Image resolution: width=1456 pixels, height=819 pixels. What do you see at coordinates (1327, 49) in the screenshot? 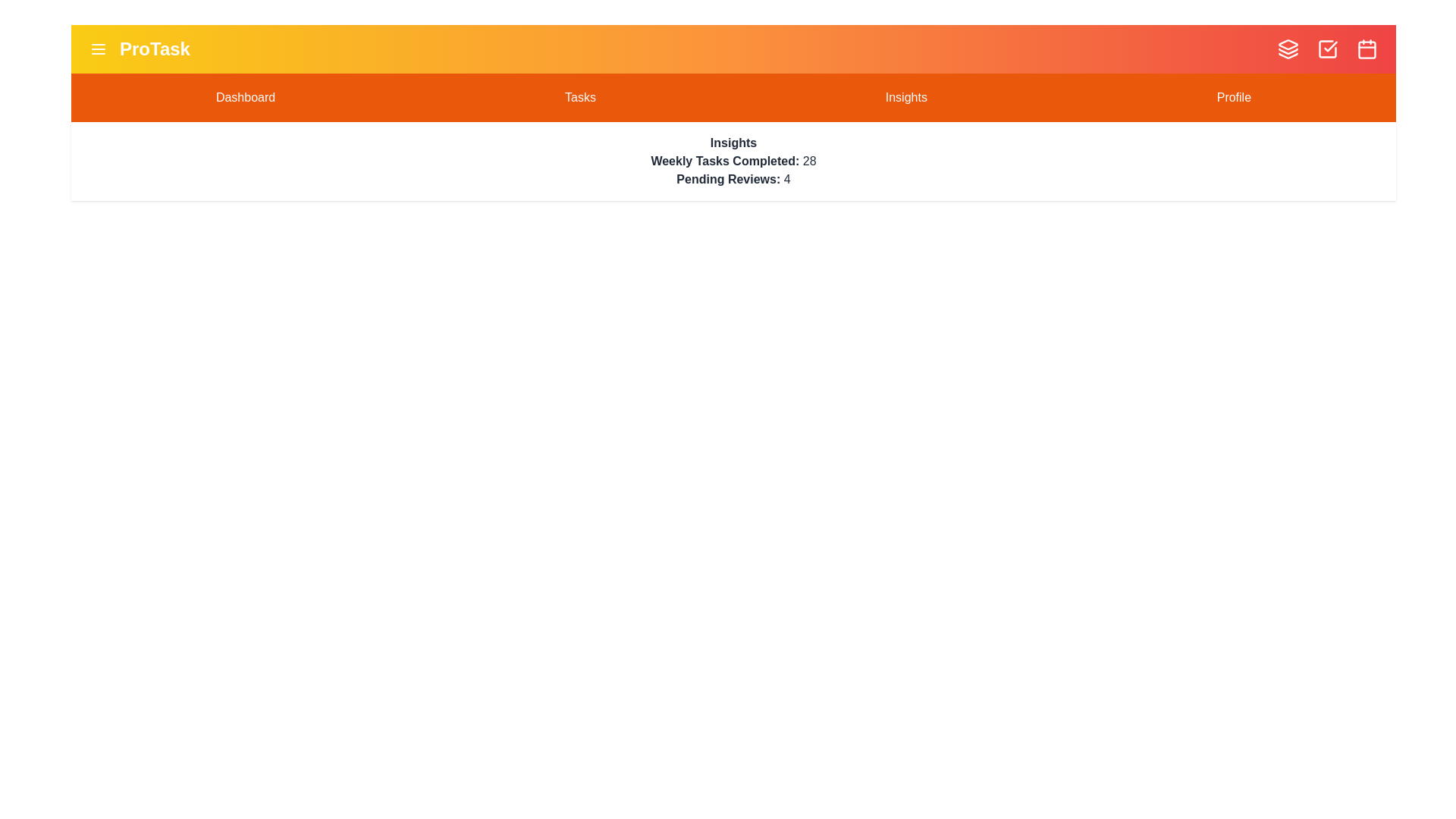
I see `the CheckSquare icon in the top-right corner` at bounding box center [1327, 49].